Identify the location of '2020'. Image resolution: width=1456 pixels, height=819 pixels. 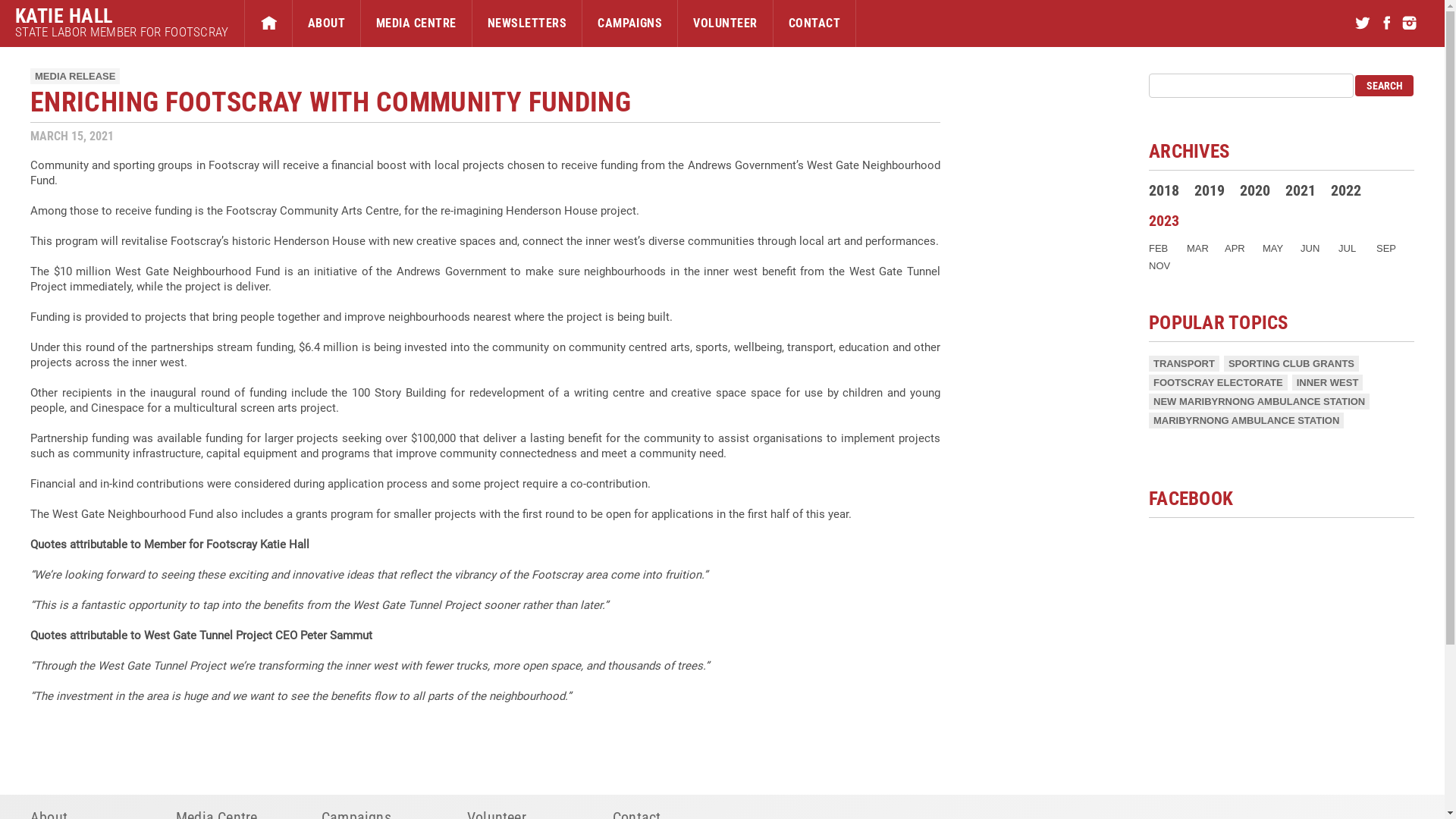
(1240, 189).